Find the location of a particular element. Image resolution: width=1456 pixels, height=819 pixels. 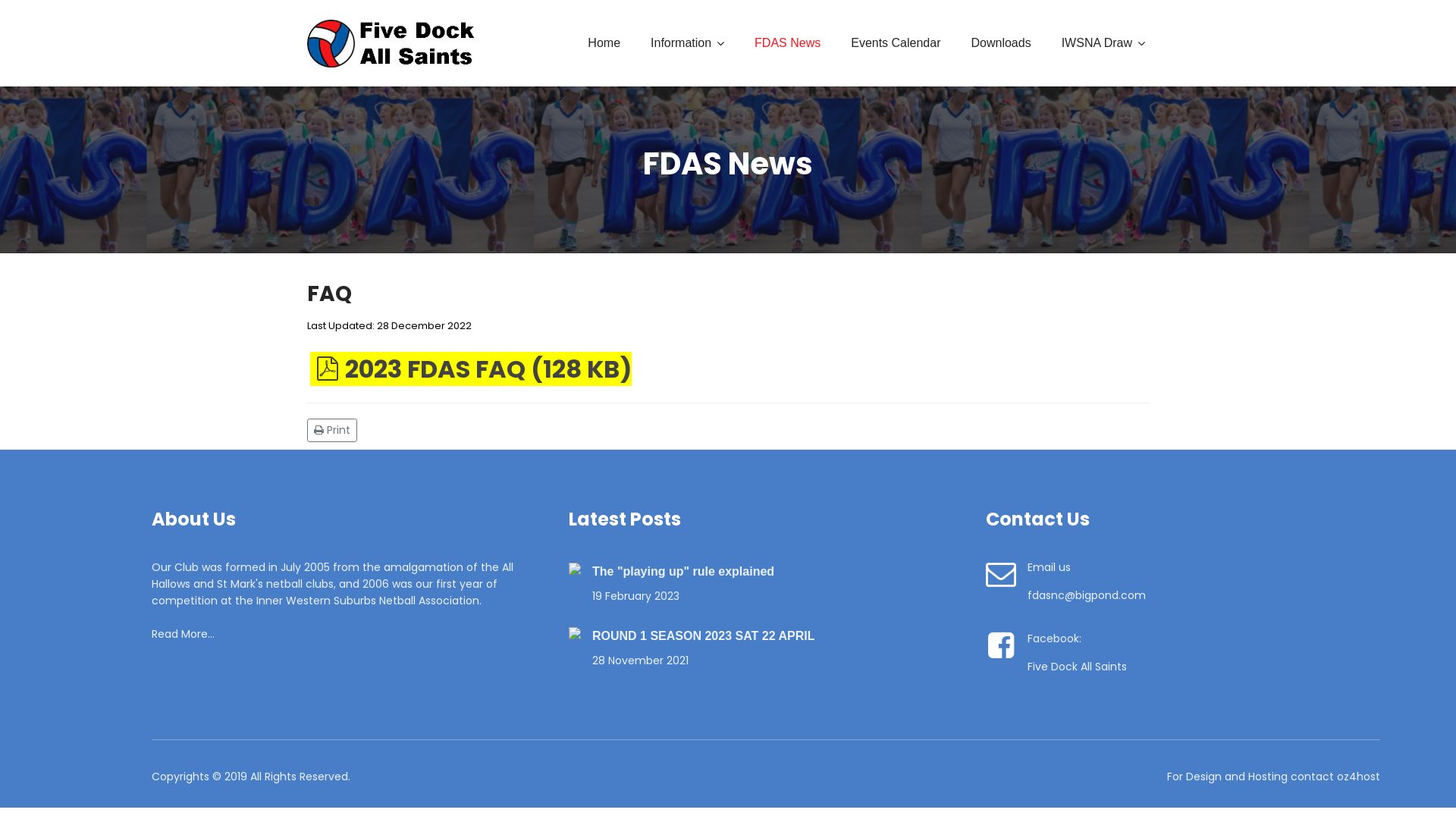

'Events Calendar' is located at coordinates (895, 42).